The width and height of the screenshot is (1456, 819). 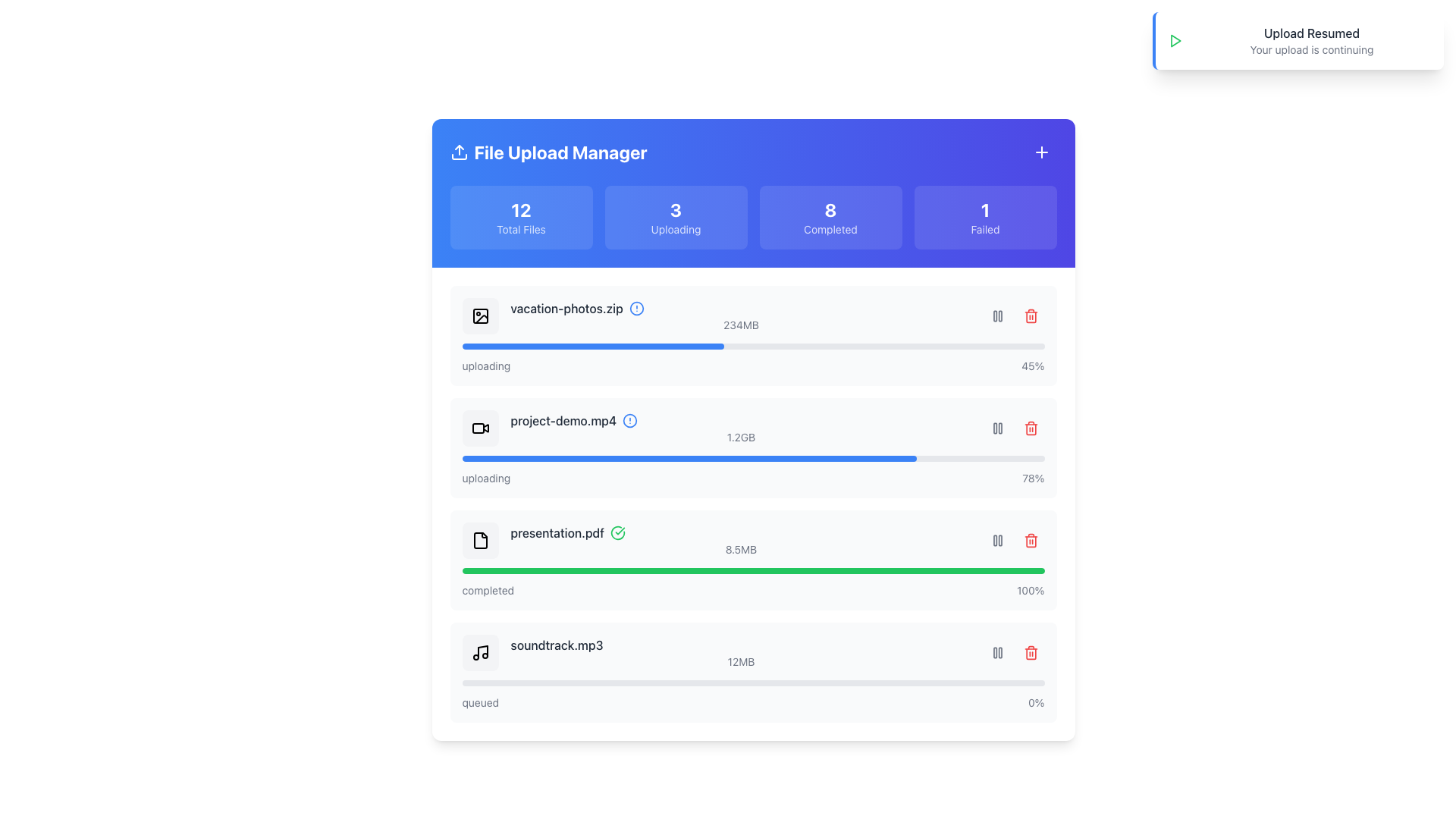 I want to click on the circular visual marker outlined in blue, which is located next to the file name 'vacation-photos.zip' in the file uploader interface, so click(x=636, y=308).